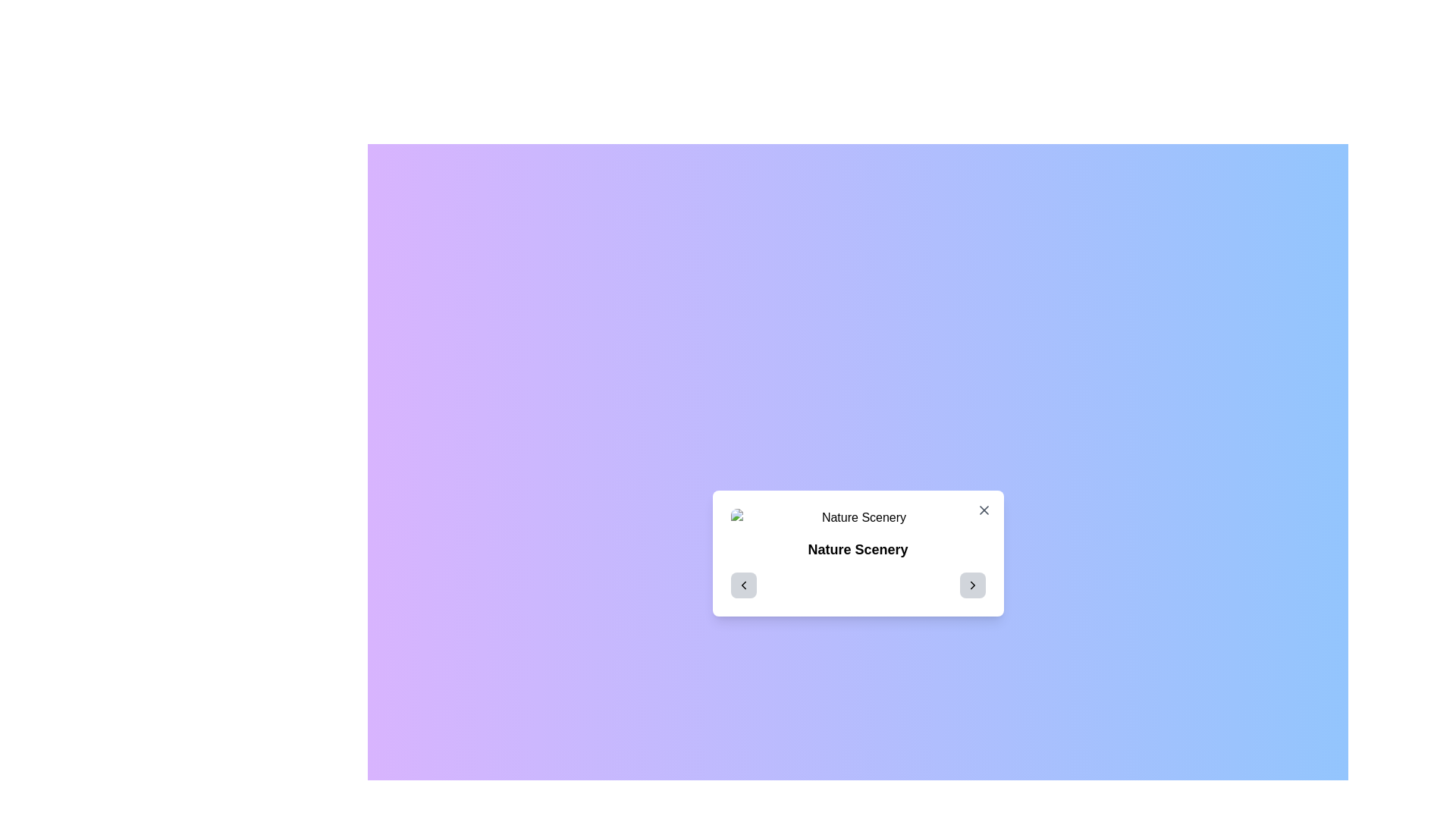 This screenshot has width=1456, height=819. I want to click on the close icon located at the top right corner of the card, so click(984, 510).